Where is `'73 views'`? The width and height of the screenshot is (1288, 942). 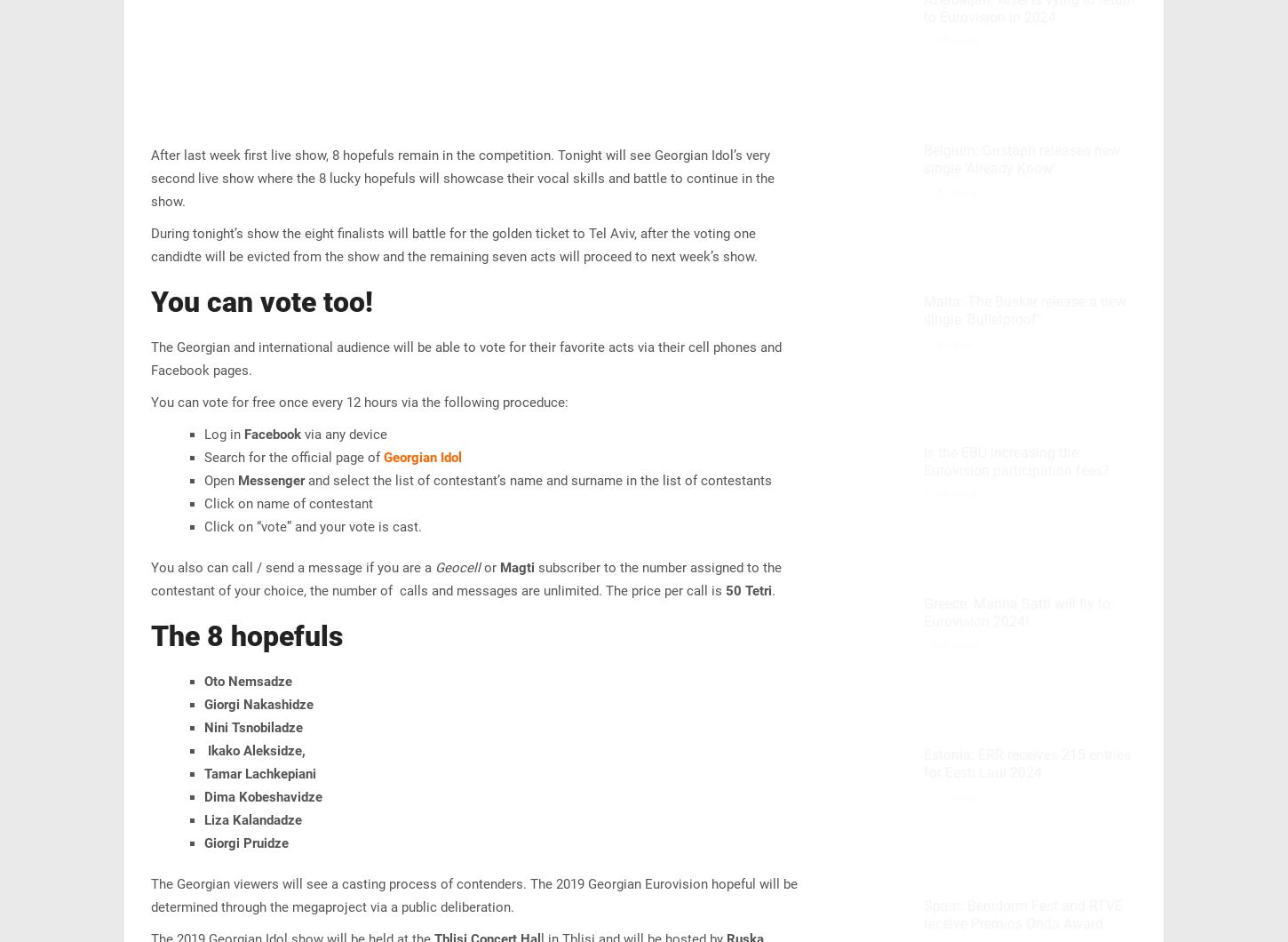
'73 views' is located at coordinates (949, 344).